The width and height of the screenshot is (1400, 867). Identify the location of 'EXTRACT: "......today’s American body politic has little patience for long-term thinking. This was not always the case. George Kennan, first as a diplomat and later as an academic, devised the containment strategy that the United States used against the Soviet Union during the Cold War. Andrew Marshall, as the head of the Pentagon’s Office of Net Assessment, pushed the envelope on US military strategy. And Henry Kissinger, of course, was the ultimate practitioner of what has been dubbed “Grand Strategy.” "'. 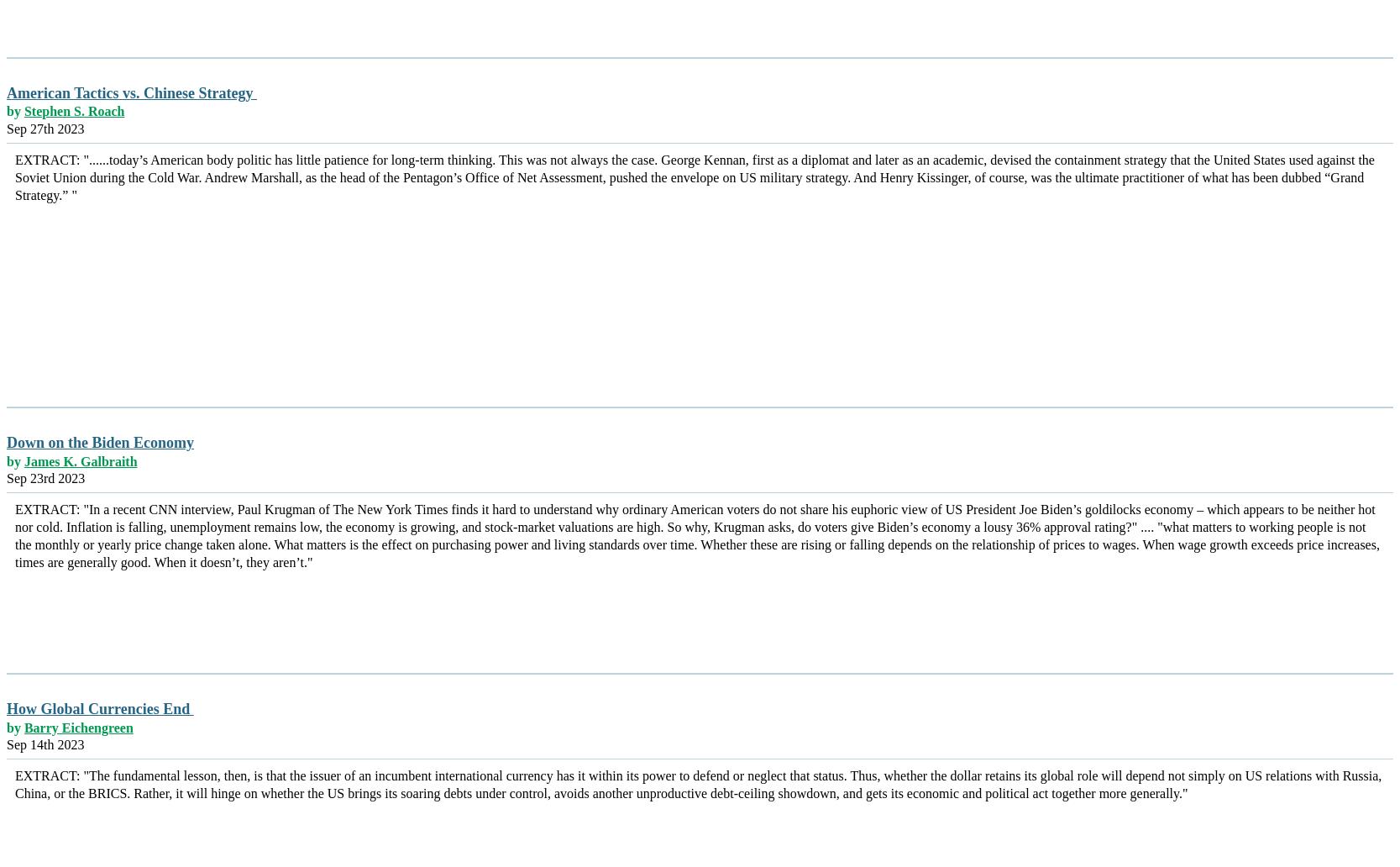
(694, 176).